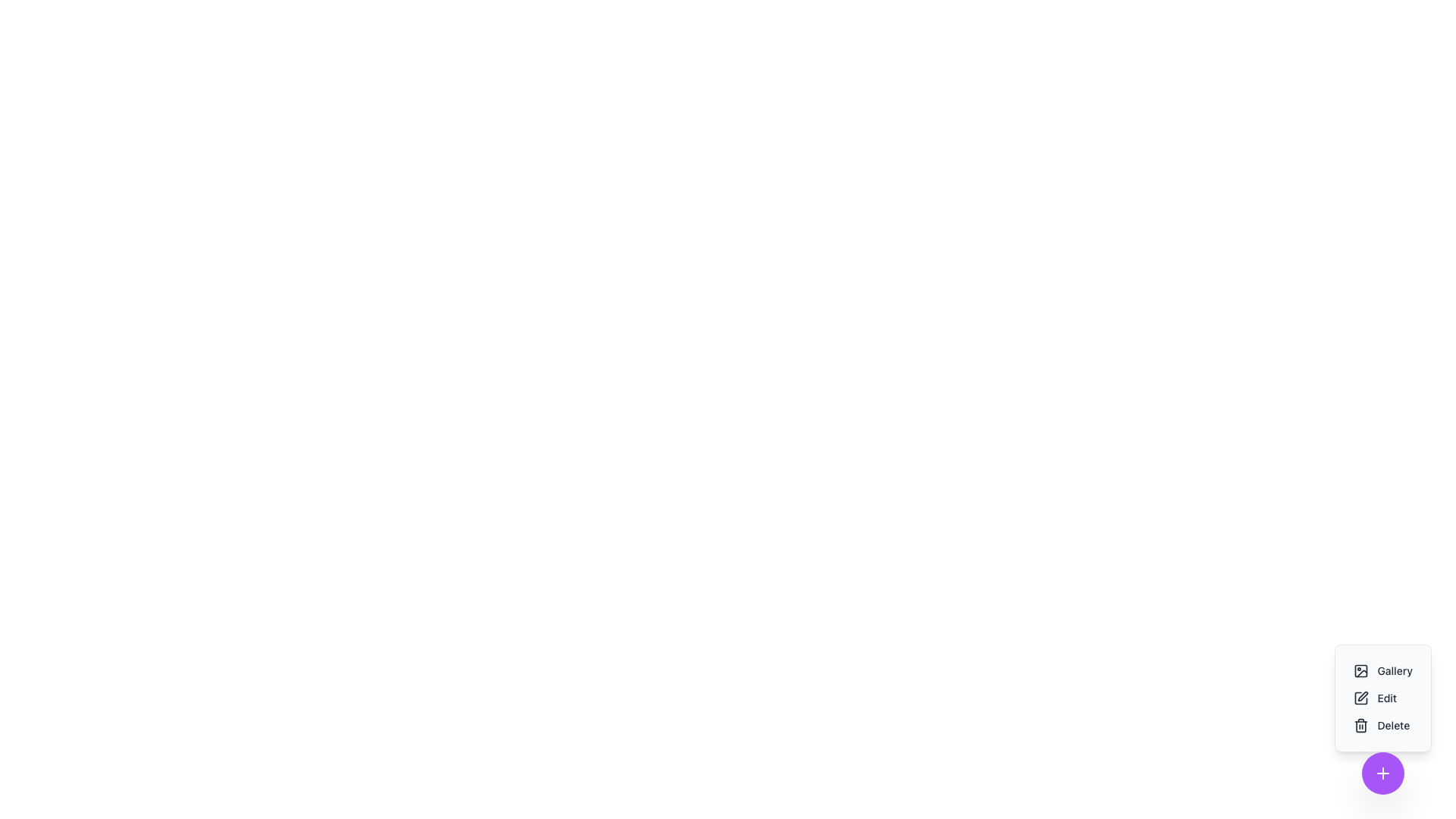 This screenshot has width=1456, height=819. I want to click on the 'Delete' interactive button, so click(1382, 718).